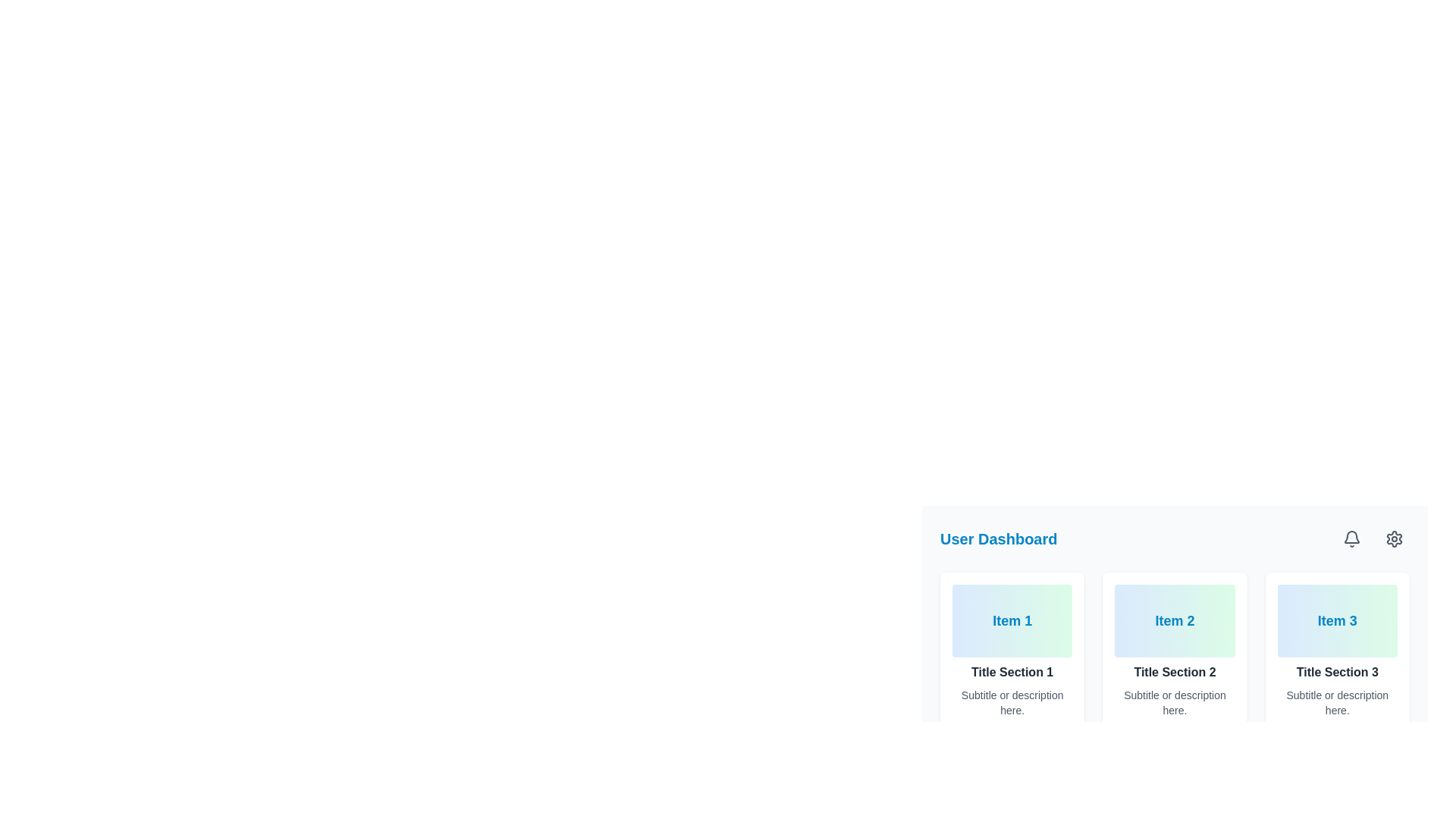 The image size is (1456, 819). I want to click on displayed information from the first card labeled 'Item 1' in the User Dashboard section, located in the upper-left corner of the dashboard, so click(1012, 651).